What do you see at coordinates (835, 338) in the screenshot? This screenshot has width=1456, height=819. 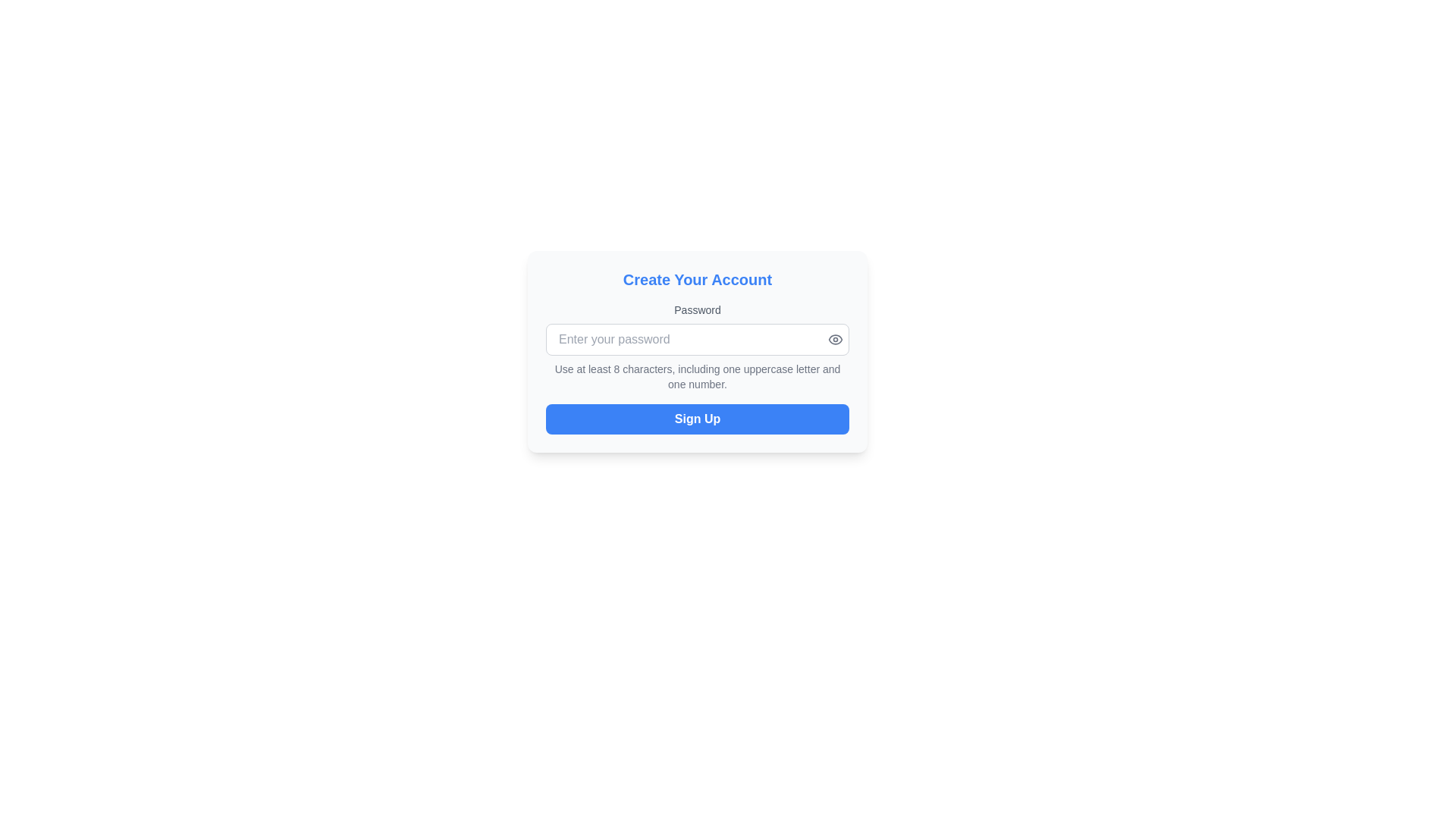 I see `the button located at the right side of the 'Password' input field in the 'Create Your Account' form` at bounding box center [835, 338].